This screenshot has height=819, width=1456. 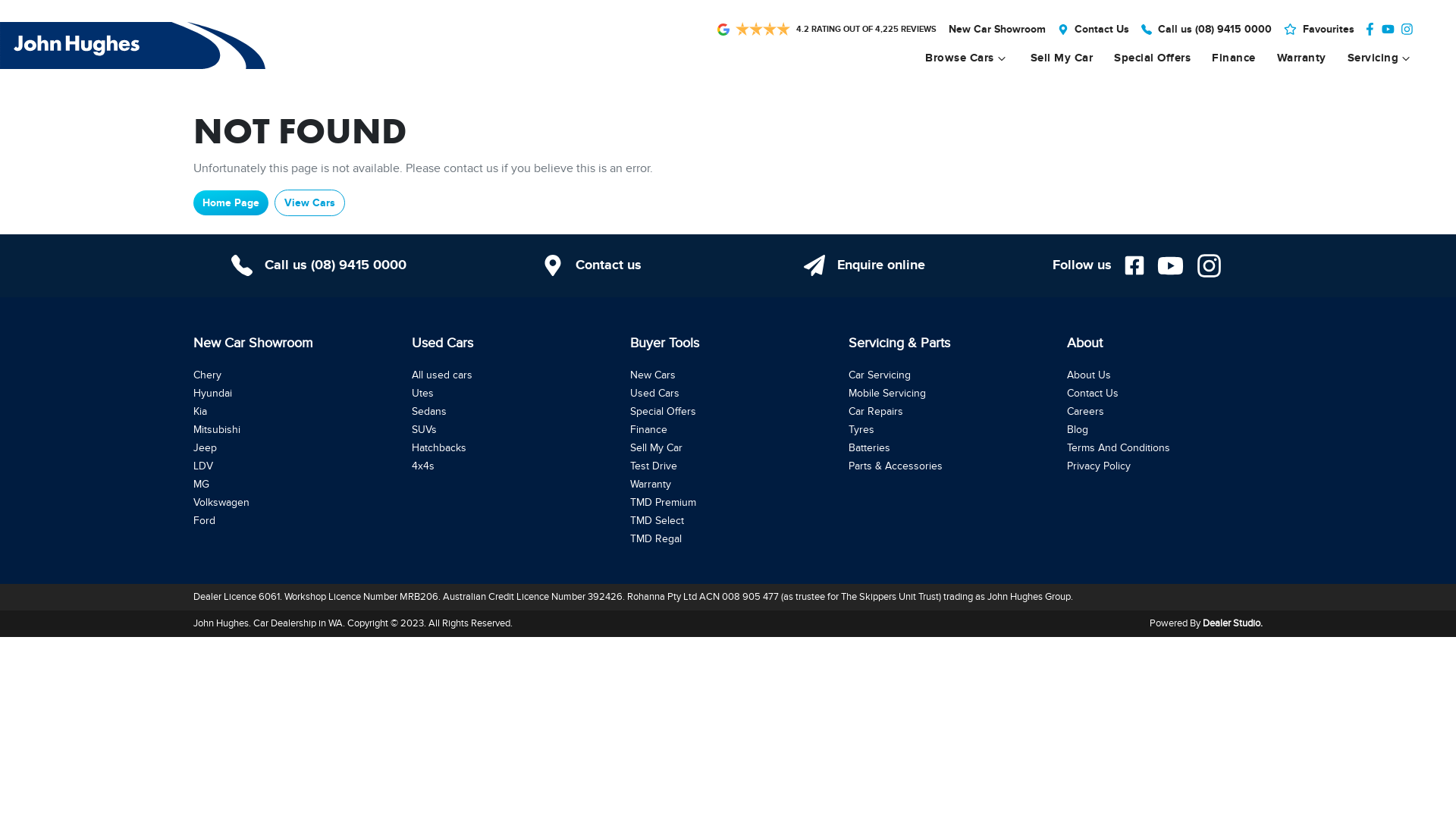 I want to click on 'Terms And Conditions', so click(x=1118, y=447).